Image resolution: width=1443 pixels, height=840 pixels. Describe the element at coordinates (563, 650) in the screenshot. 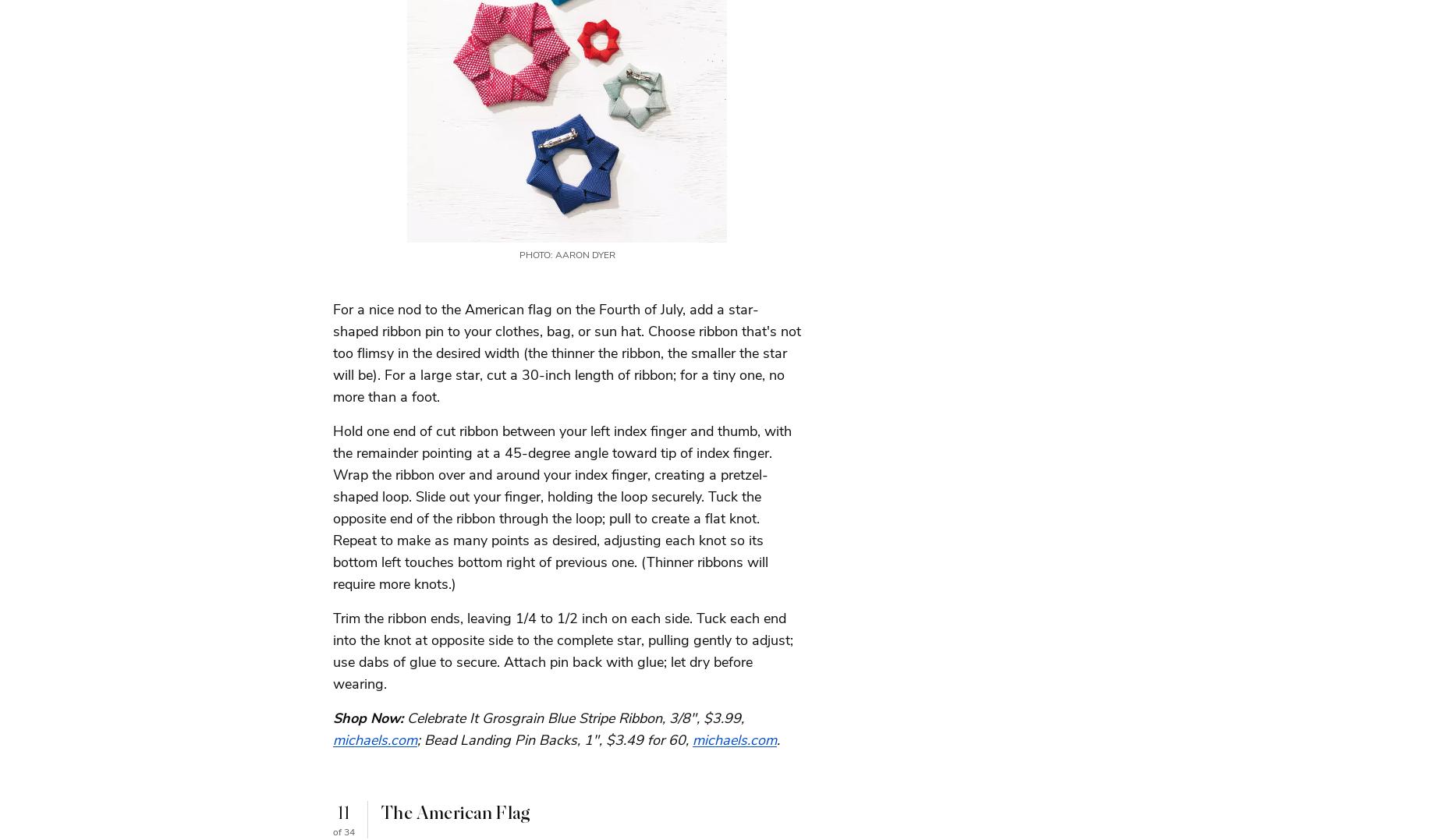

I see `'Trim the ribbon ends, leaving 1/4 to 1/2 inch on each side. Tuck each end into the knot at opposite side to the complete star, pulling gently to adjust; use dabs of glue to secure. Attach pin back with glue; let dry before wearing.'` at that location.